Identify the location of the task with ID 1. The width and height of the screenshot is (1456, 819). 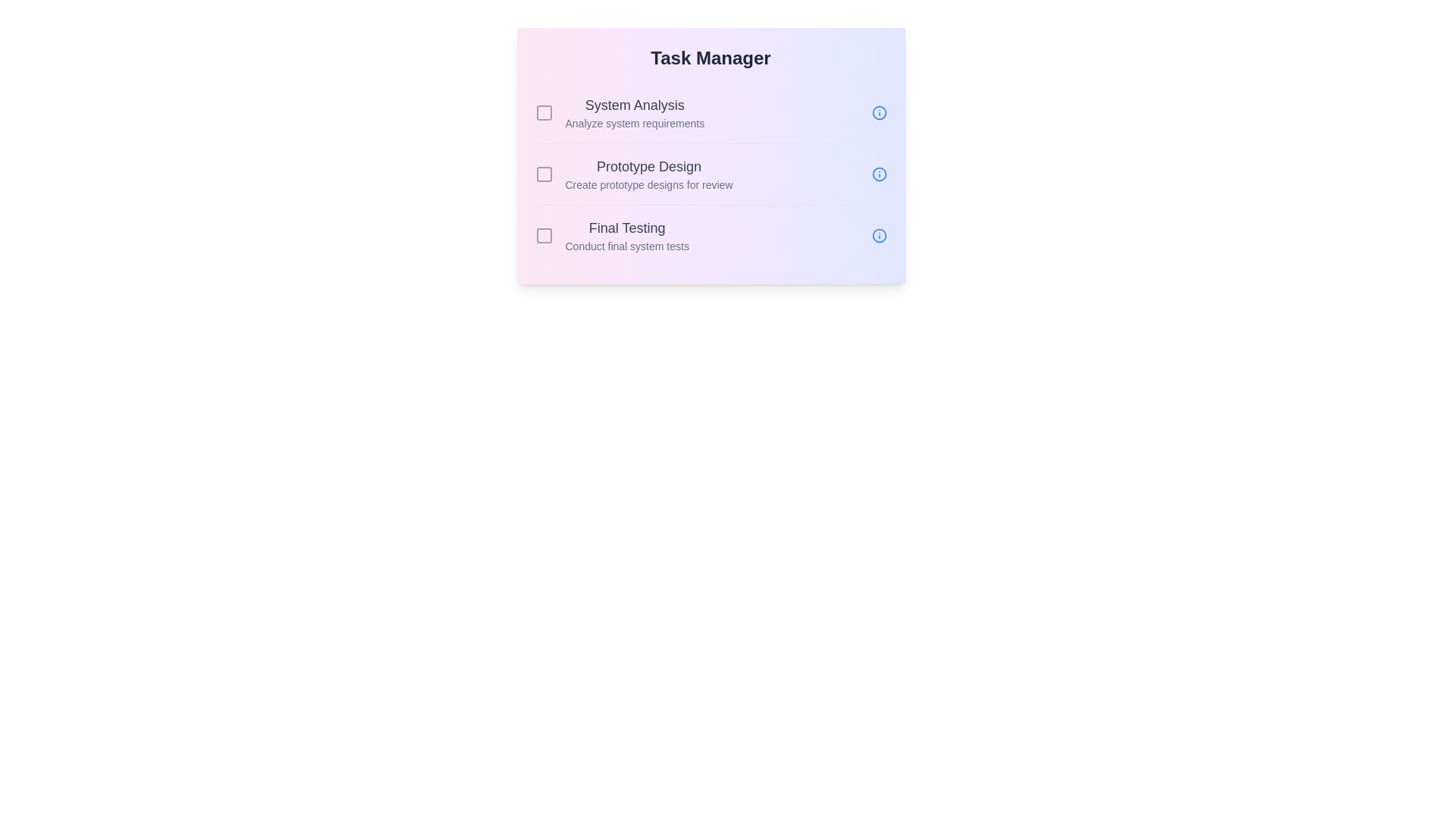
(544, 112).